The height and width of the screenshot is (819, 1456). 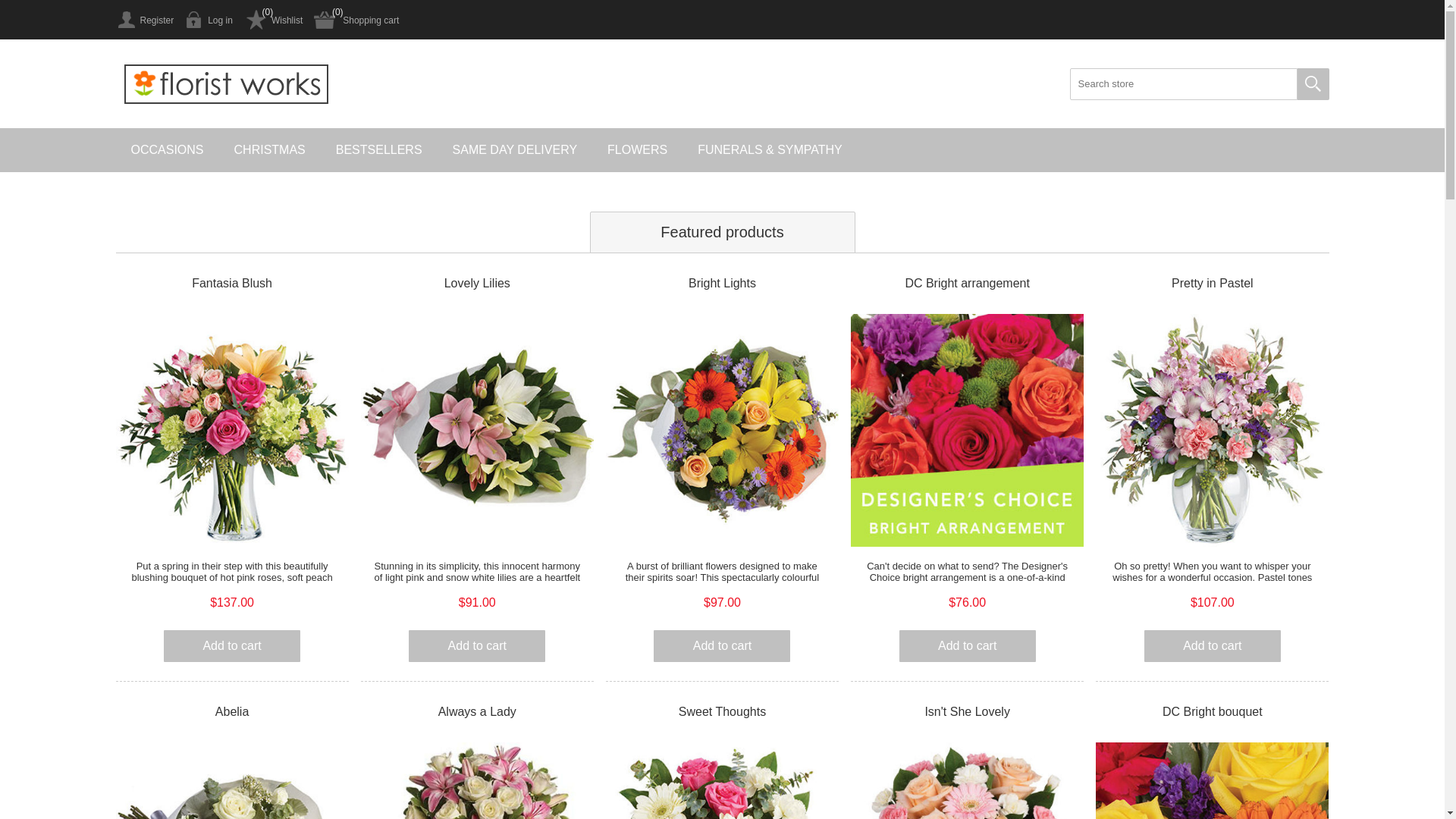 I want to click on 'CHRISTMAS', so click(x=218, y=149).